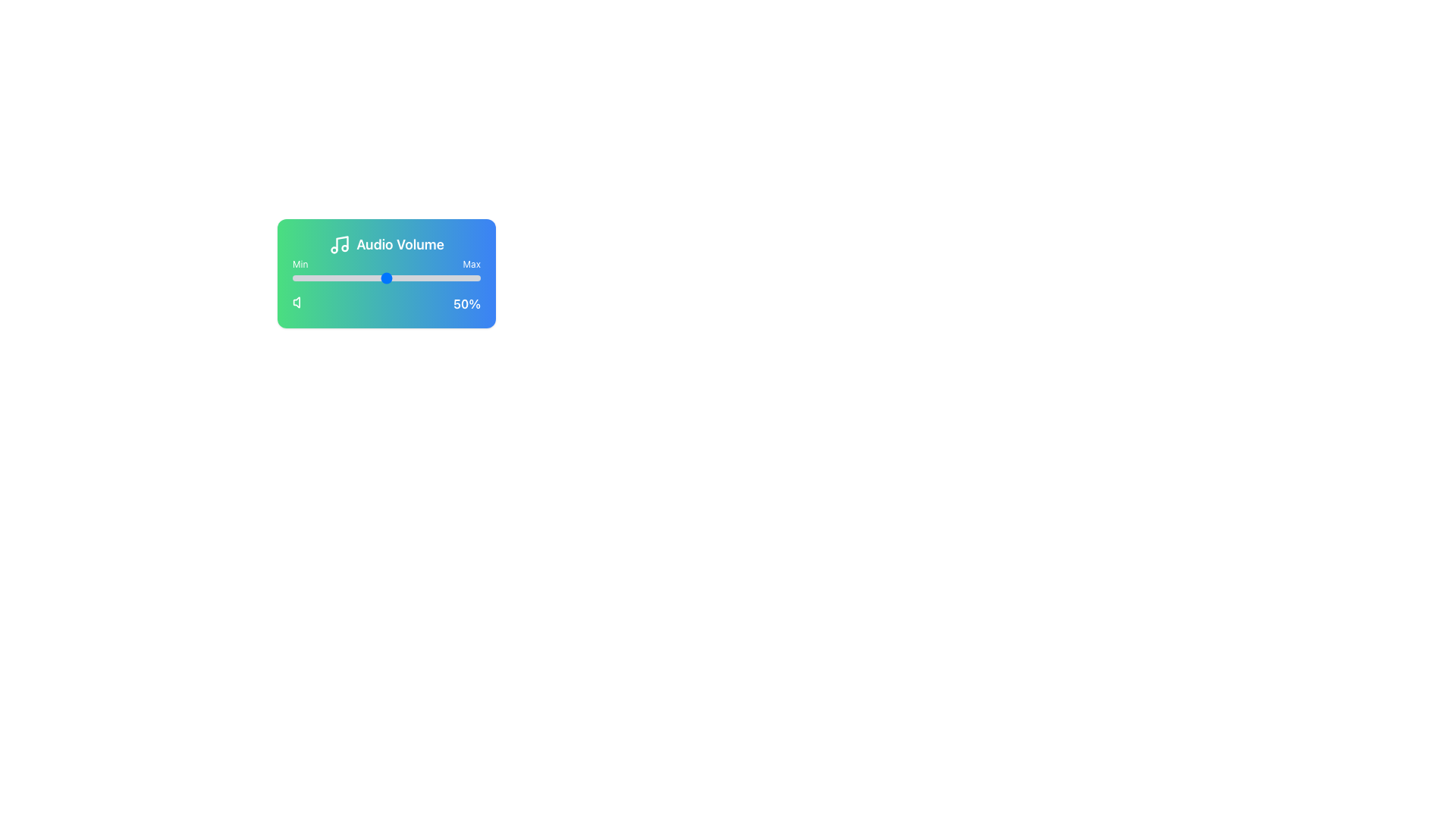  What do you see at coordinates (341, 243) in the screenshot?
I see `the vertical line segment within the musical note icon, located in the upper left corner of the widget preceding the 'Audio Volume' text` at bounding box center [341, 243].